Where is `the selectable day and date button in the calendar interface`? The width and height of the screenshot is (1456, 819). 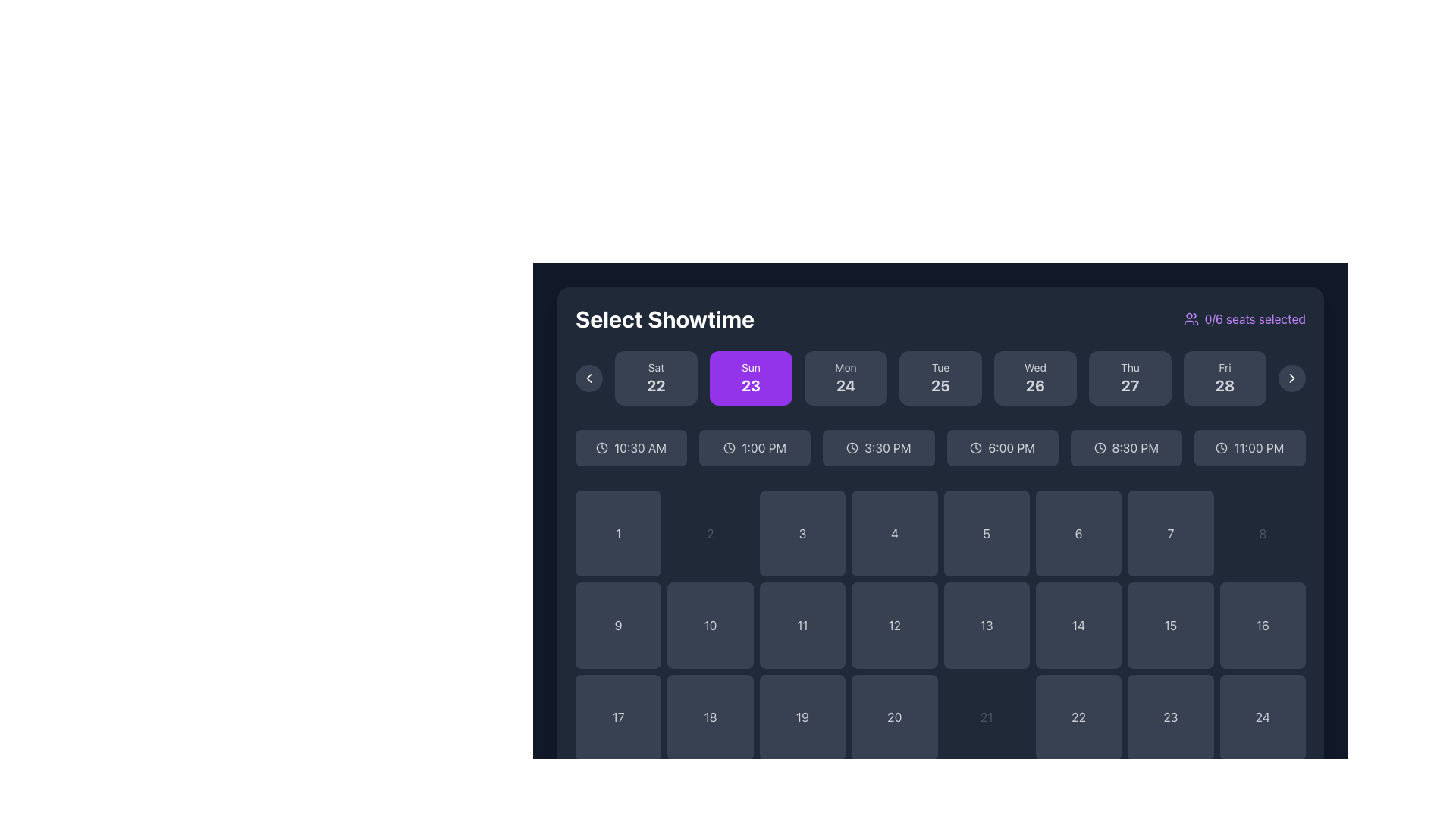
the selectable day and date button in the calendar interface is located at coordinates (656, 377).